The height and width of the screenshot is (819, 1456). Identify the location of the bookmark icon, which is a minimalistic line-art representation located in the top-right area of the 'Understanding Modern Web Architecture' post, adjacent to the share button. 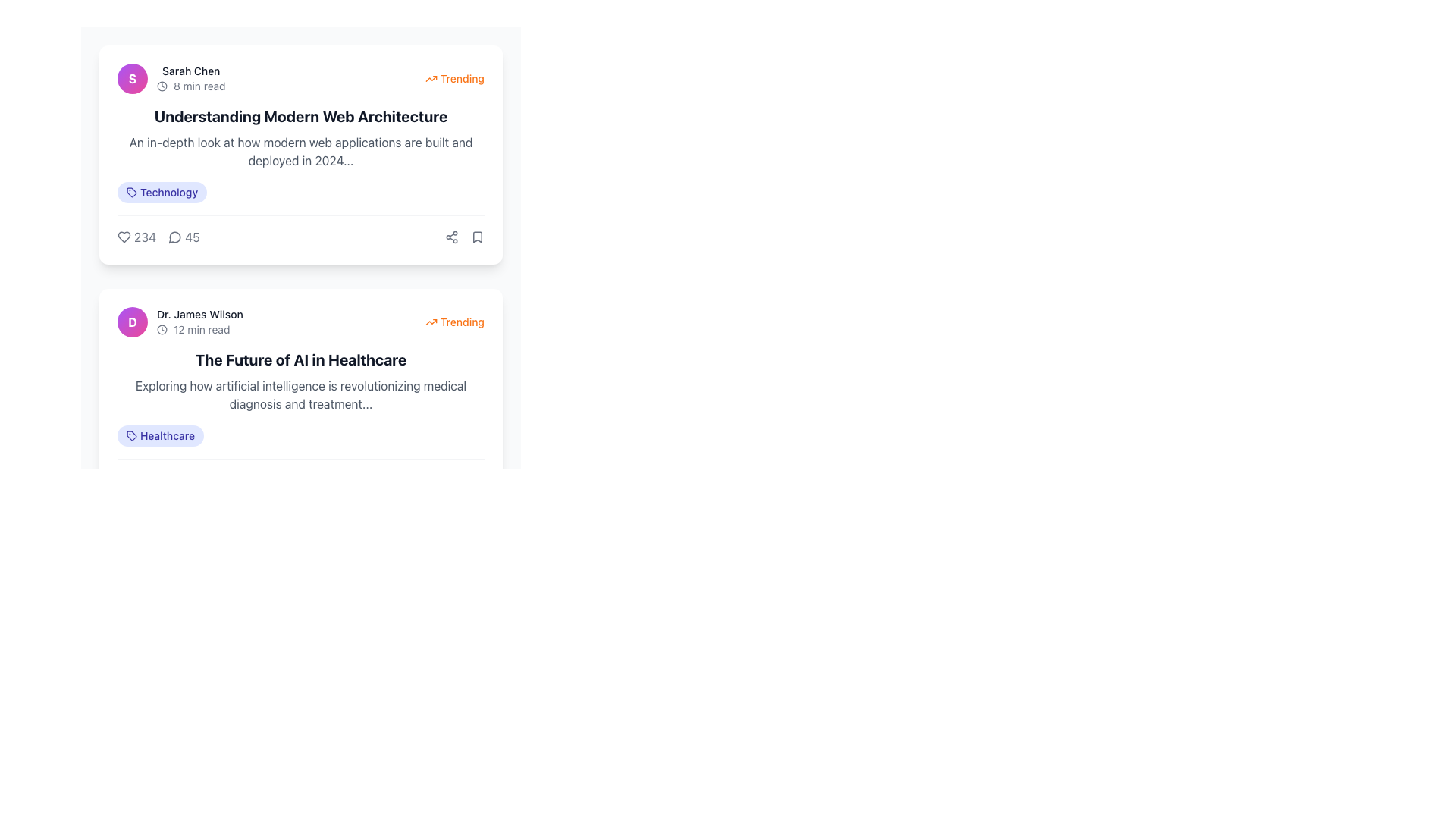
(476, 237).